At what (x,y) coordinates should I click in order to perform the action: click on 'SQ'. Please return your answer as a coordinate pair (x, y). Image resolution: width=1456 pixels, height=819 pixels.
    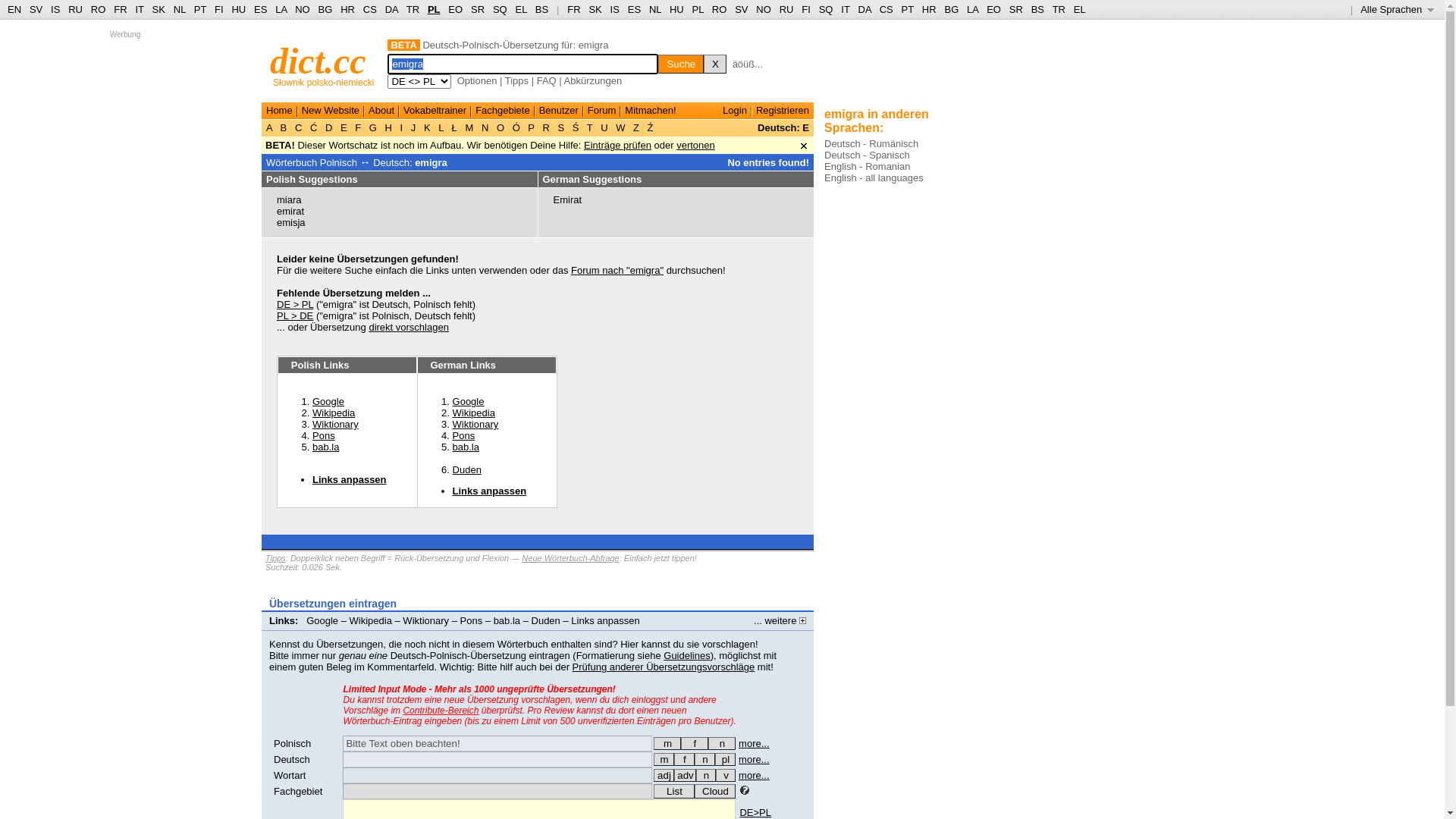
    Looking at the image, I should click on (500, 9).